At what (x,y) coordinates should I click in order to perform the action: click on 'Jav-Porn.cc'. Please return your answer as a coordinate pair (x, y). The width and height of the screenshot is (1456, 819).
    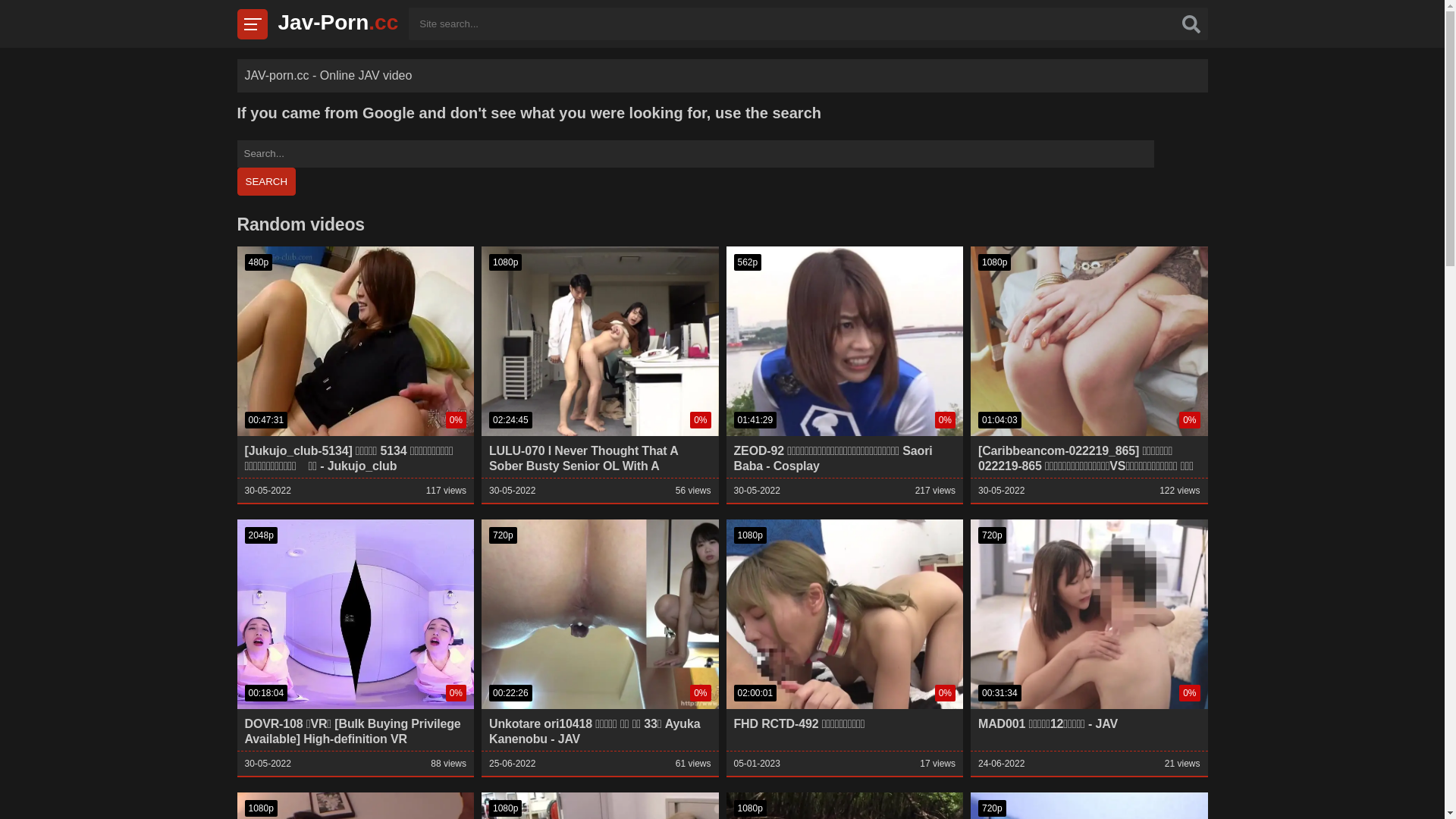
    Looking at the image, I should click on (337, 22).